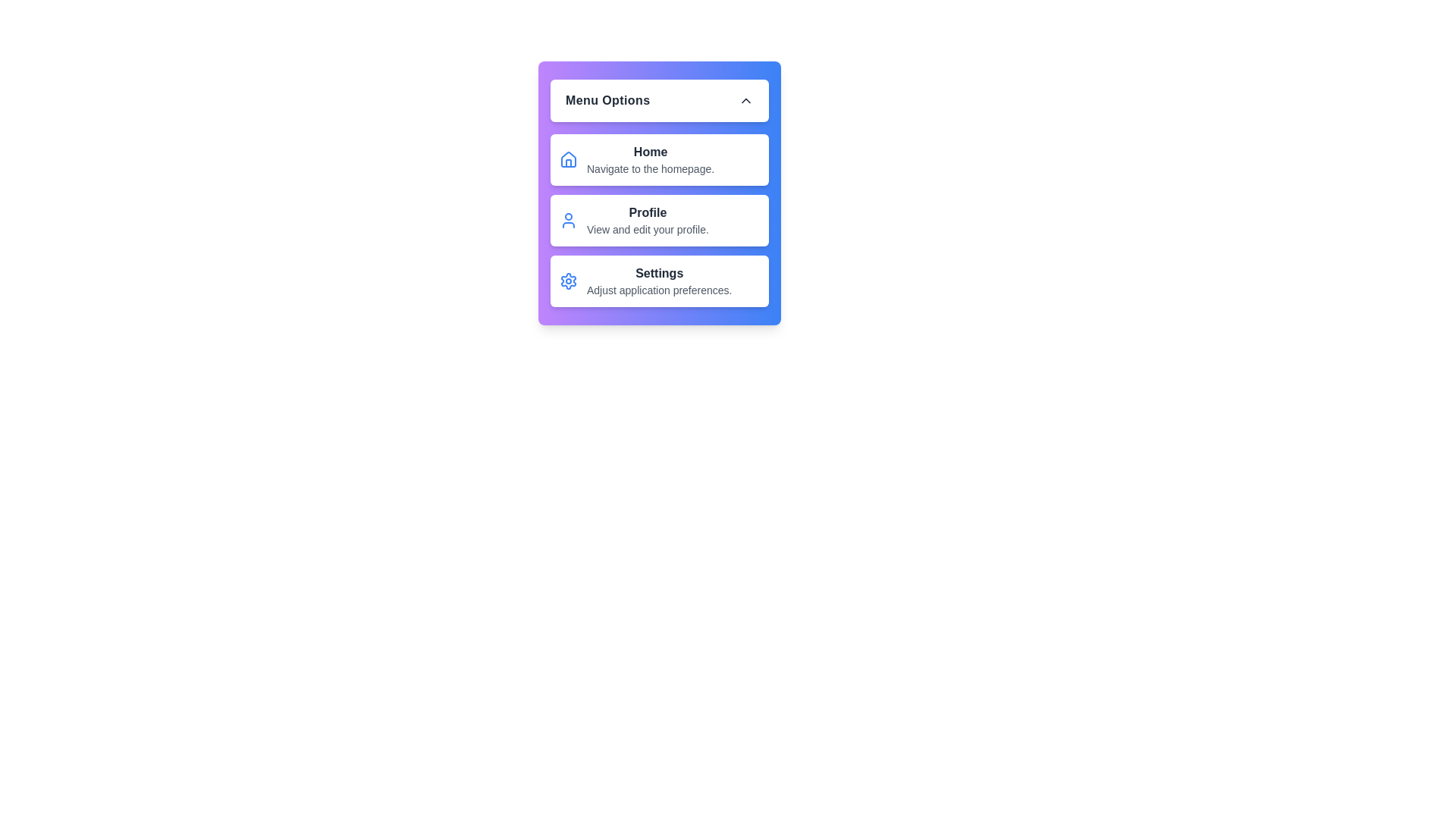 The height and width of the screenshot is (819, 1456). Describe the element at coordinates (659, 281) in the screenshot. I see `the menu item corresponding to Settings` at that location.